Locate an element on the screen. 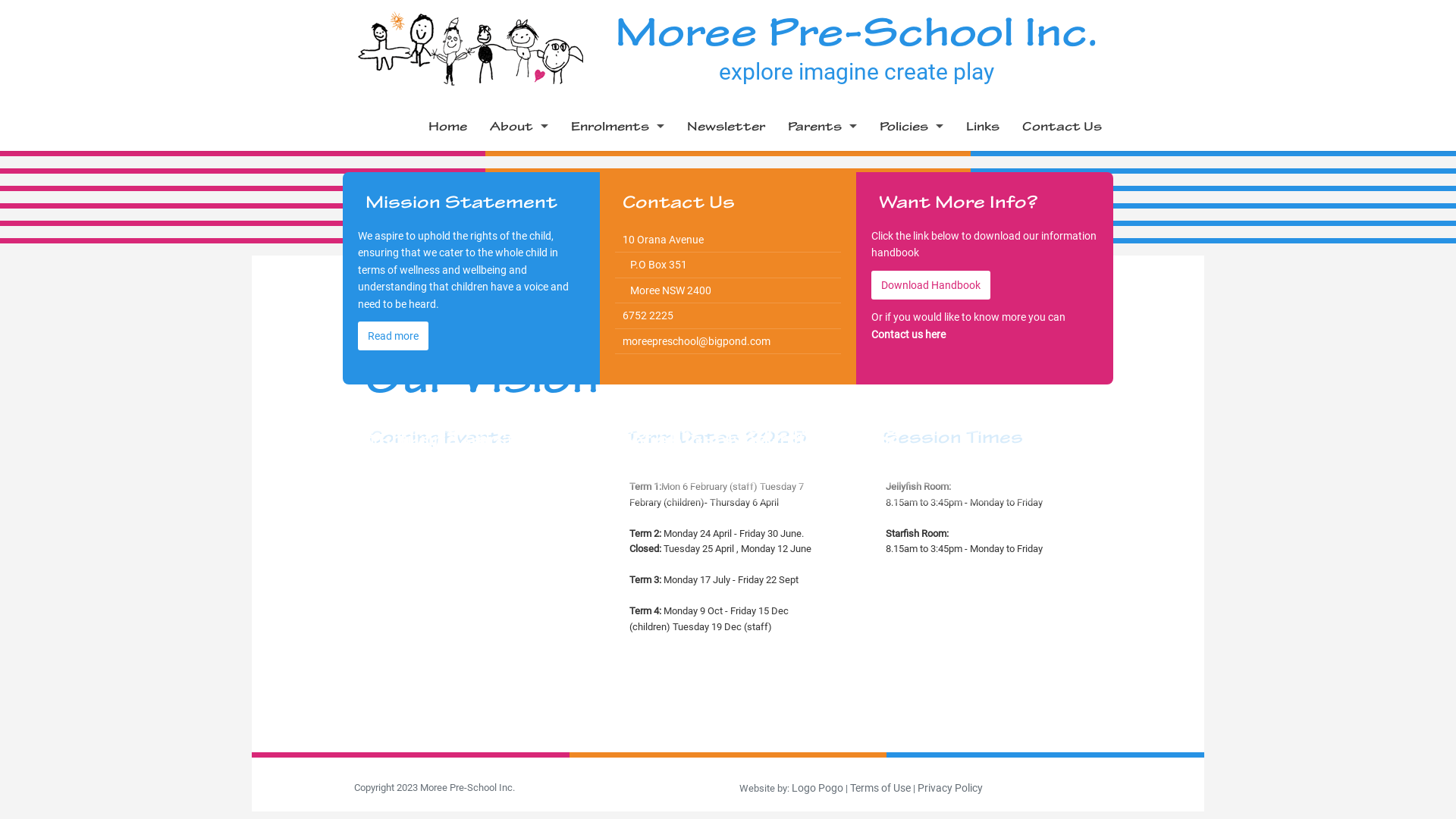 This screenshot has width=1456, height=819. 'Contact us here' is located at coordinates (908, 333).